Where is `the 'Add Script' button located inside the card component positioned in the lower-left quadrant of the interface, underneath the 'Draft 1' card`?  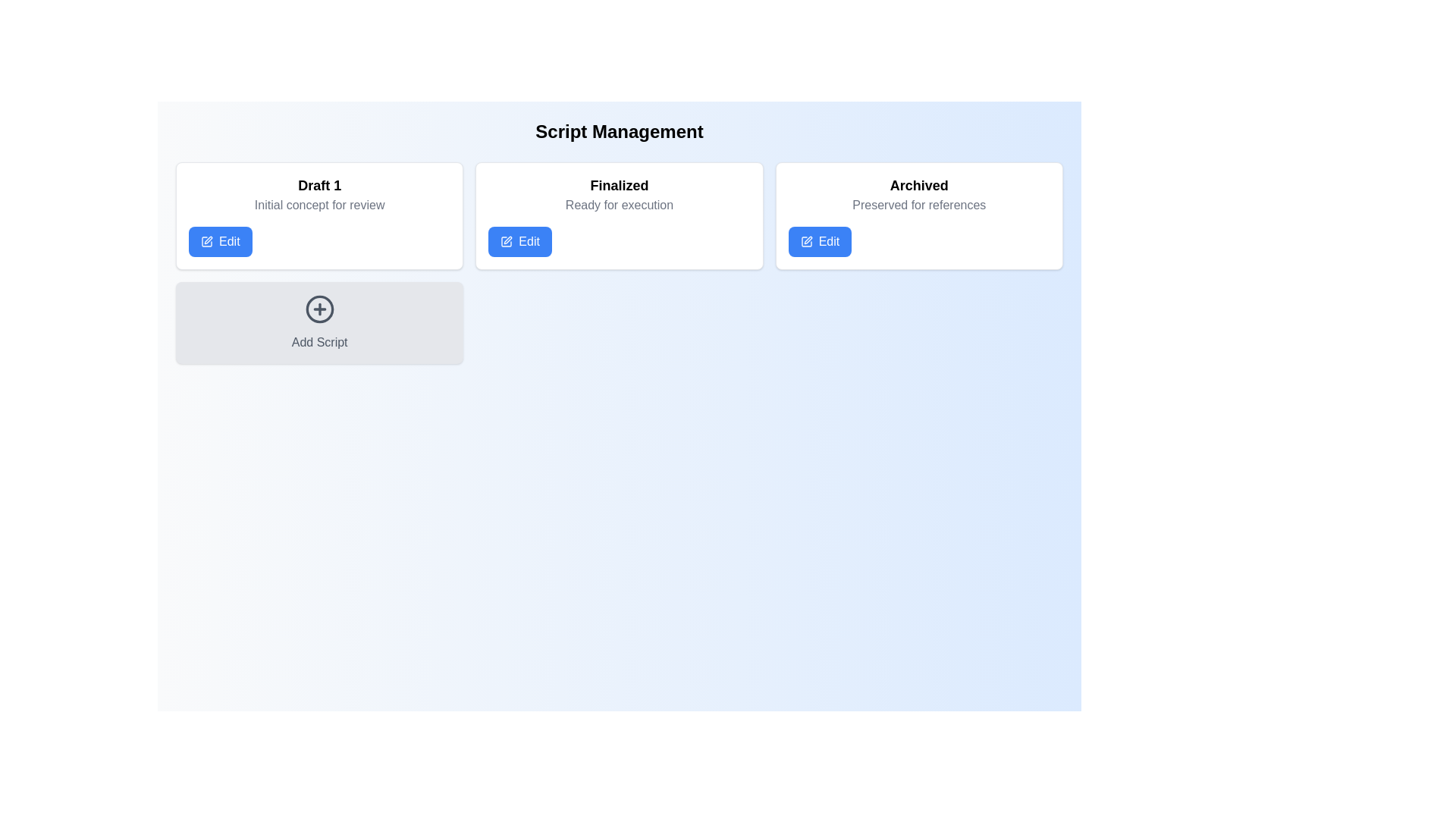 the 'Add Script' button located inside the card component positioned in the lower-left quadrant of the interface, underneath the 'Draft 1' card is located at coordinates (318, 309).